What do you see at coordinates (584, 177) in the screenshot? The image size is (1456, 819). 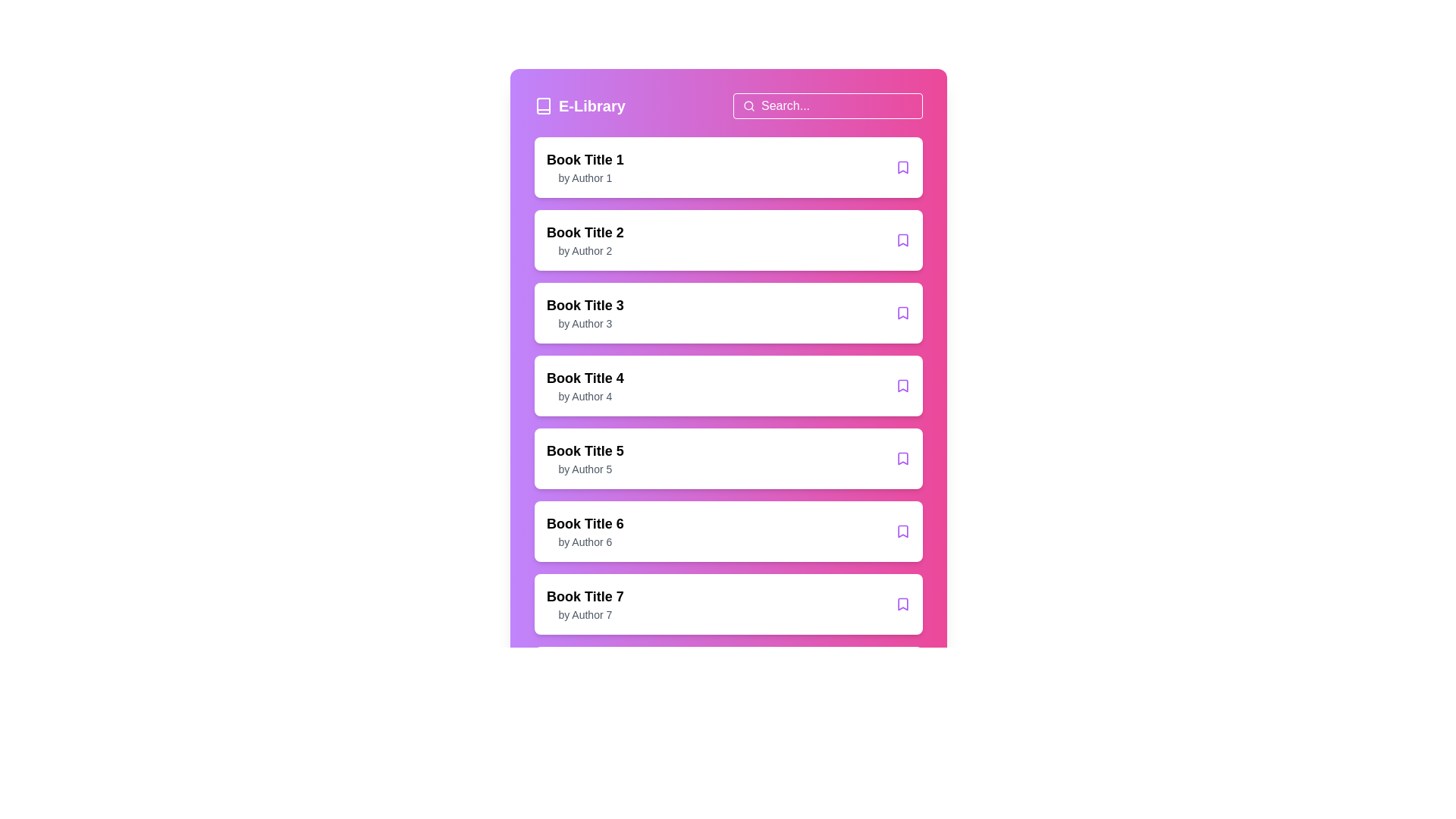 I see `text content of the author name label located below and aligned to the left of 'Book Title 1' in the first entry of the vertical book list` at bounding box center [584, 177].